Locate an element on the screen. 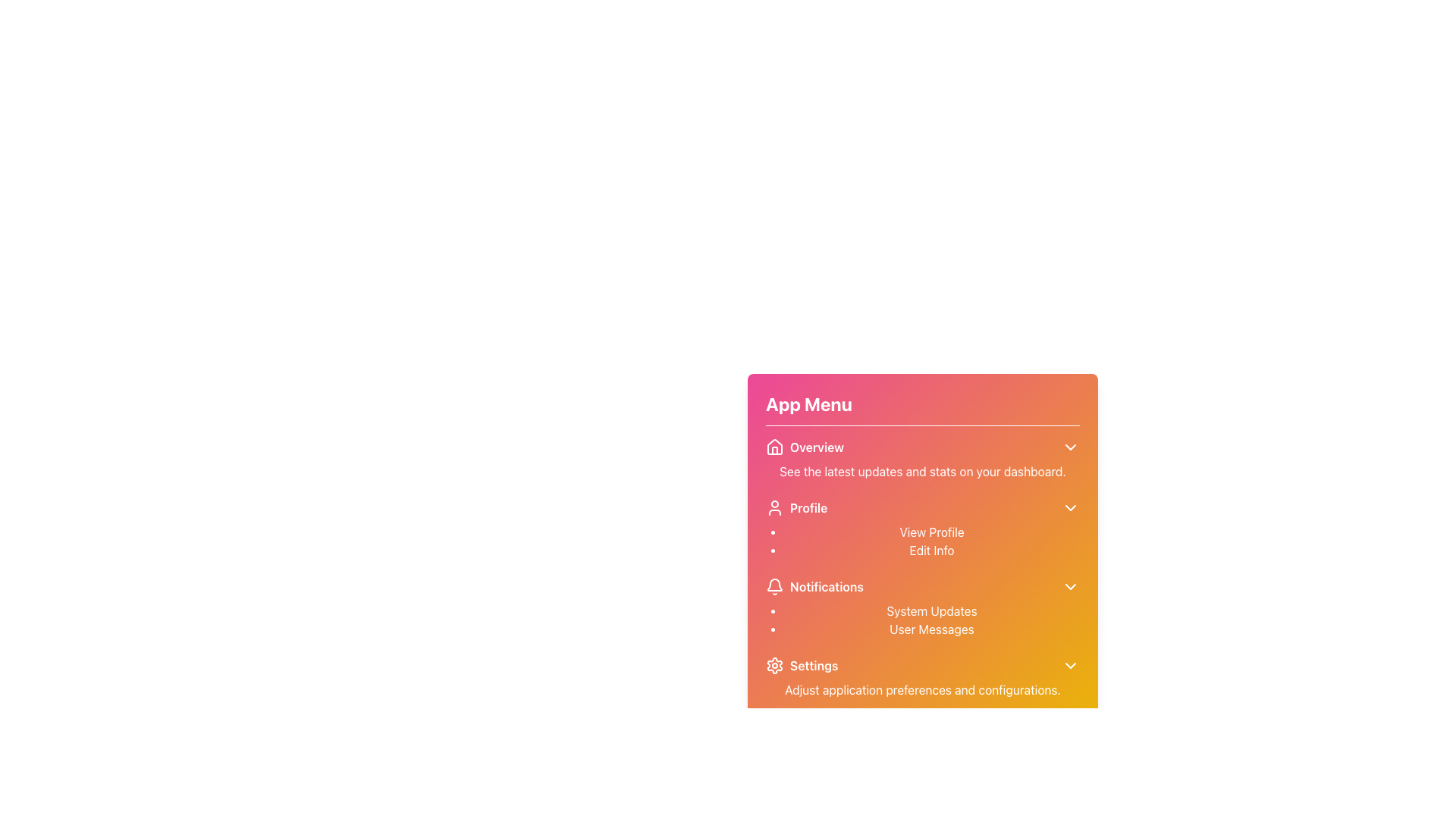 The height and width of the screenshot is (819, 1456). the 'Edit Info' option in the List Item Group located below the 'Profile' label in the sidebar menu to modify user information is located at coordinates (930, 540).